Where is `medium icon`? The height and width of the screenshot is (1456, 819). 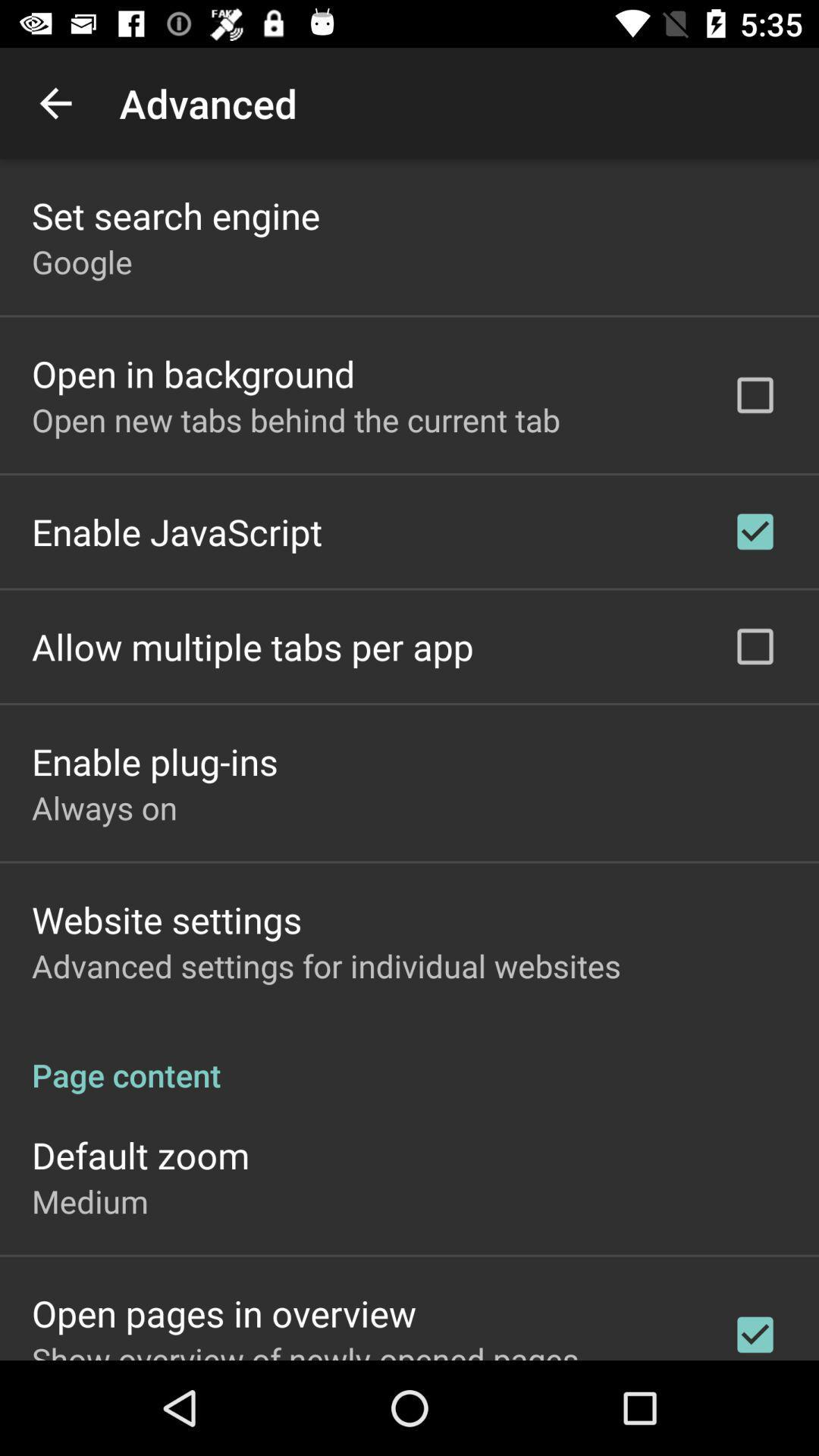 medium icon is located at coordinates (89, 1200).